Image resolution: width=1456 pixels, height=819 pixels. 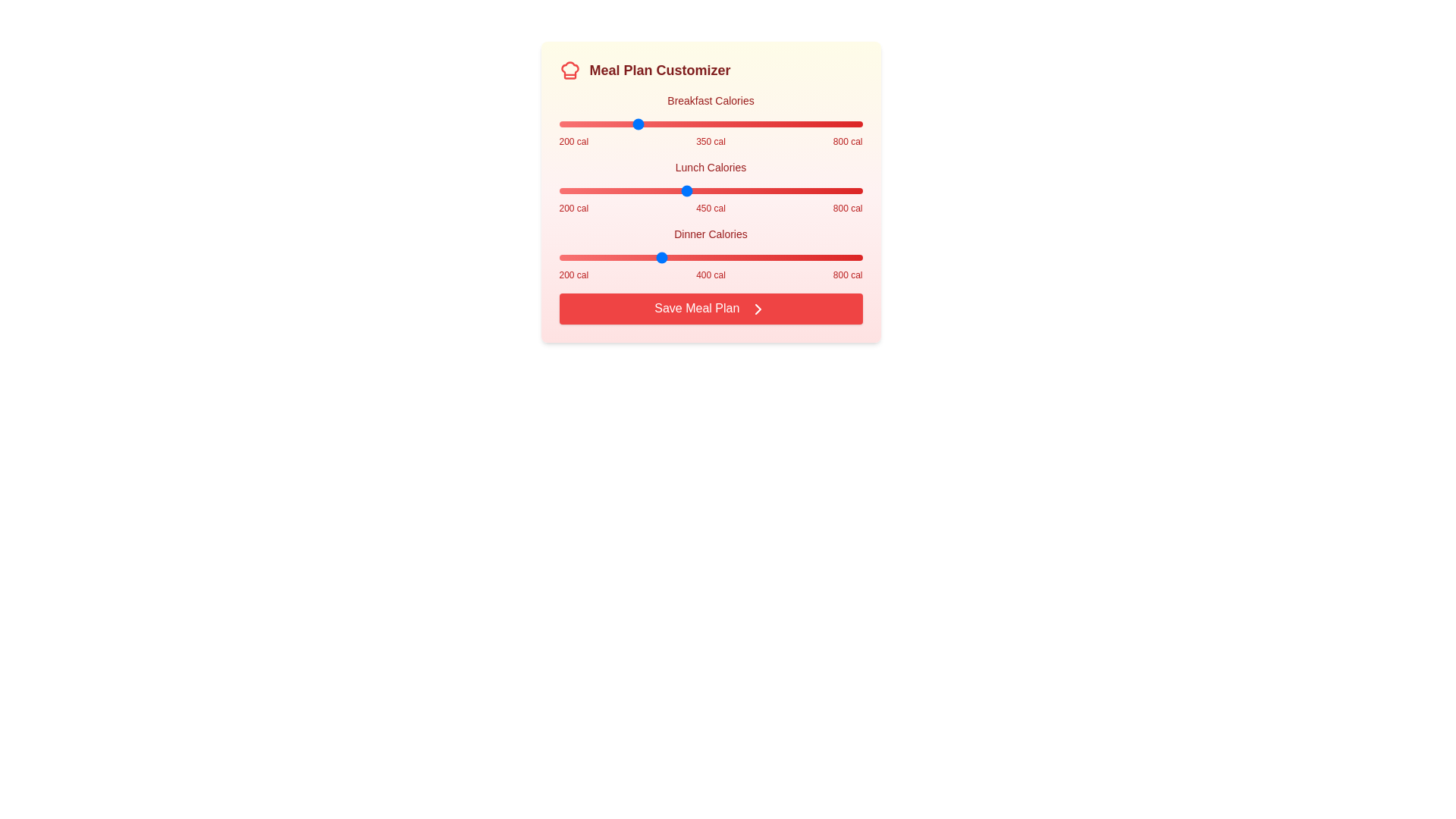 What do you see at coordinates (631, 124) in the screenshot?
I see `the Breakfast Calories slider to 343 calories` at bounding box center [631, 124].